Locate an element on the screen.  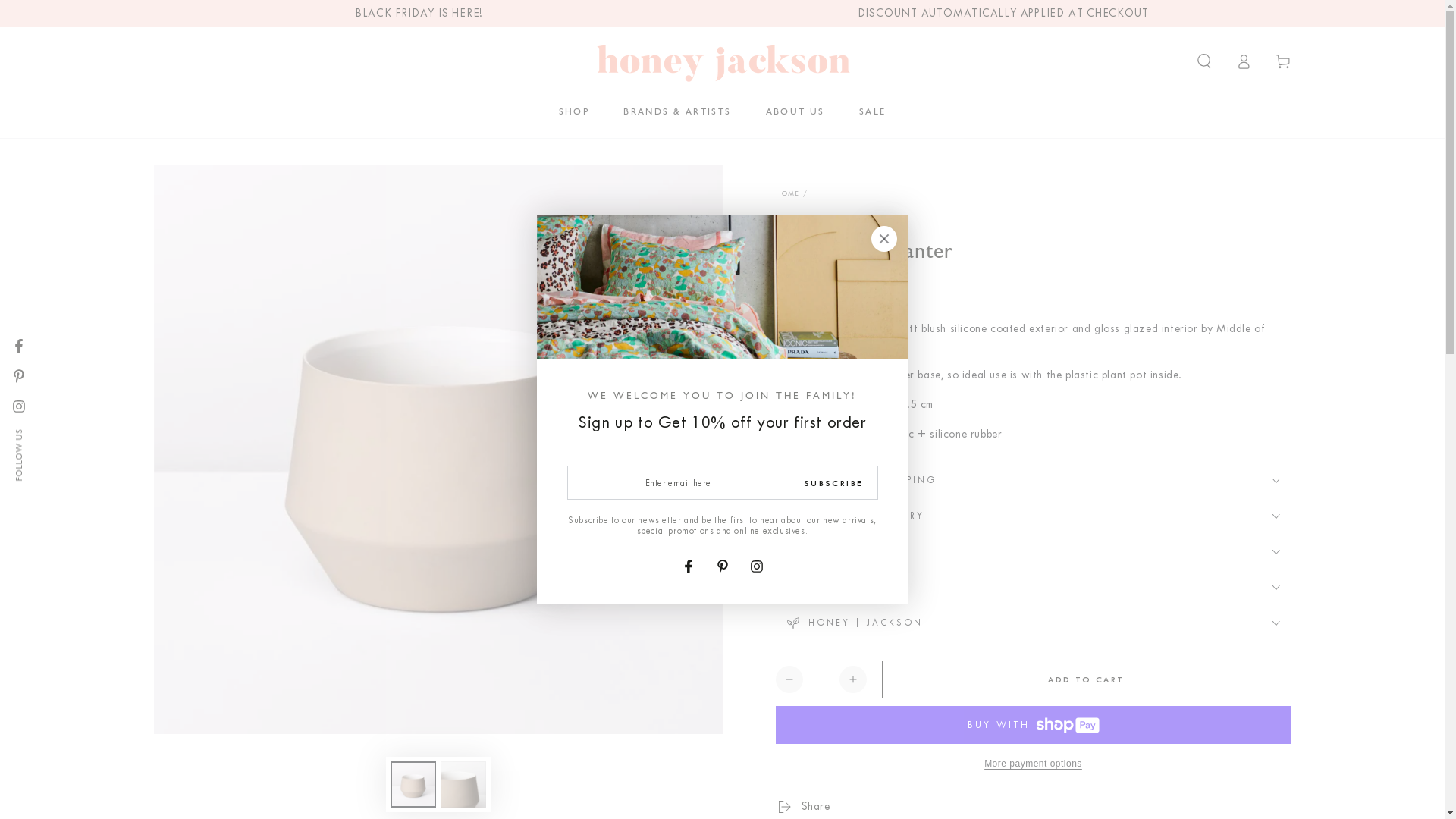
'Pinterest' is located at coordinates (18, 375).